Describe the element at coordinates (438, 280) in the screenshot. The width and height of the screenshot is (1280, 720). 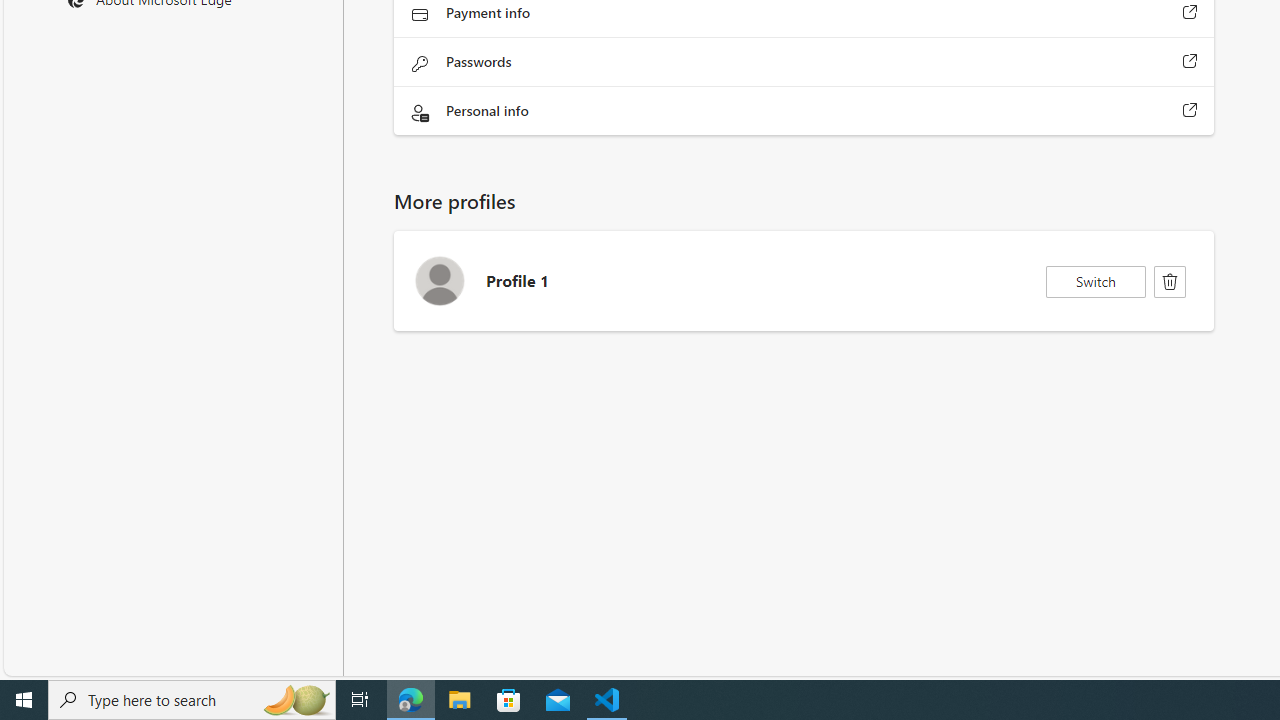
I see `'Profile 1 Avatar icon'` at that location.